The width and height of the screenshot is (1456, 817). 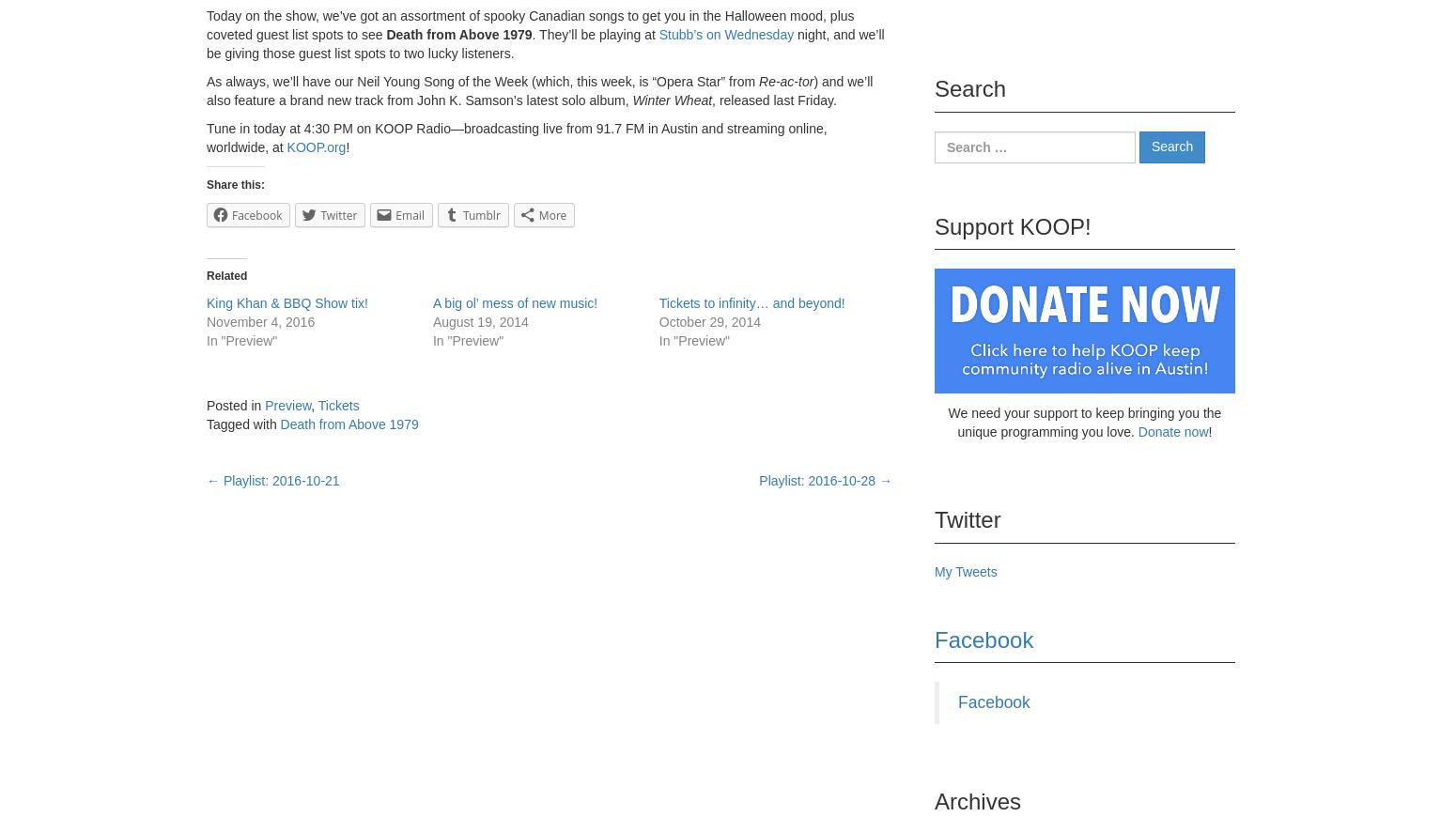 I want to click on 'KOOP.org', so click(x=315, y=145).